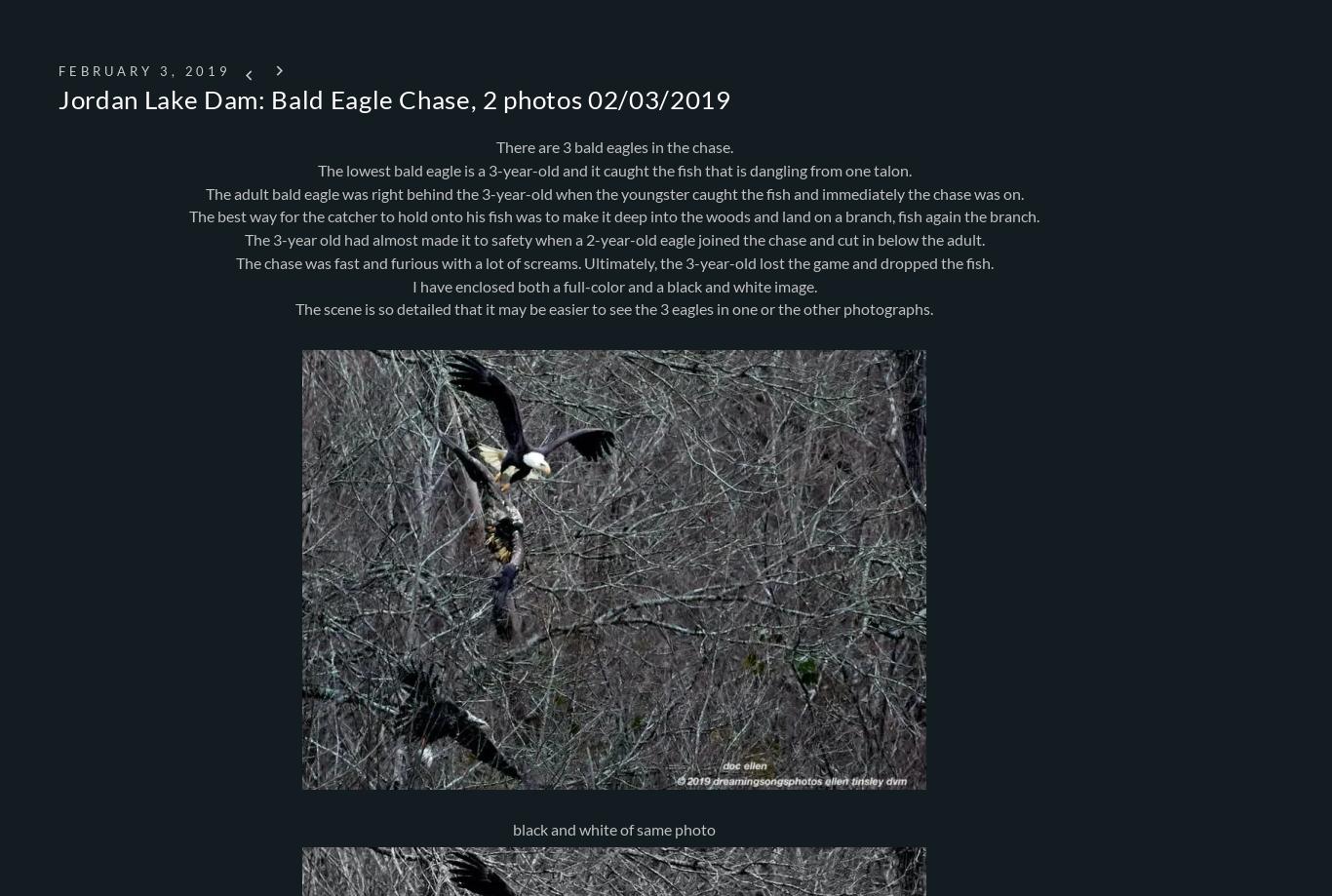 This screenshot has height=896, width=1332. What do you see at coordinates (612, 284) in the screenshot?
I see `'I have enclosed both a full-color and a black and white image.'` at bounding box center [612, 284].